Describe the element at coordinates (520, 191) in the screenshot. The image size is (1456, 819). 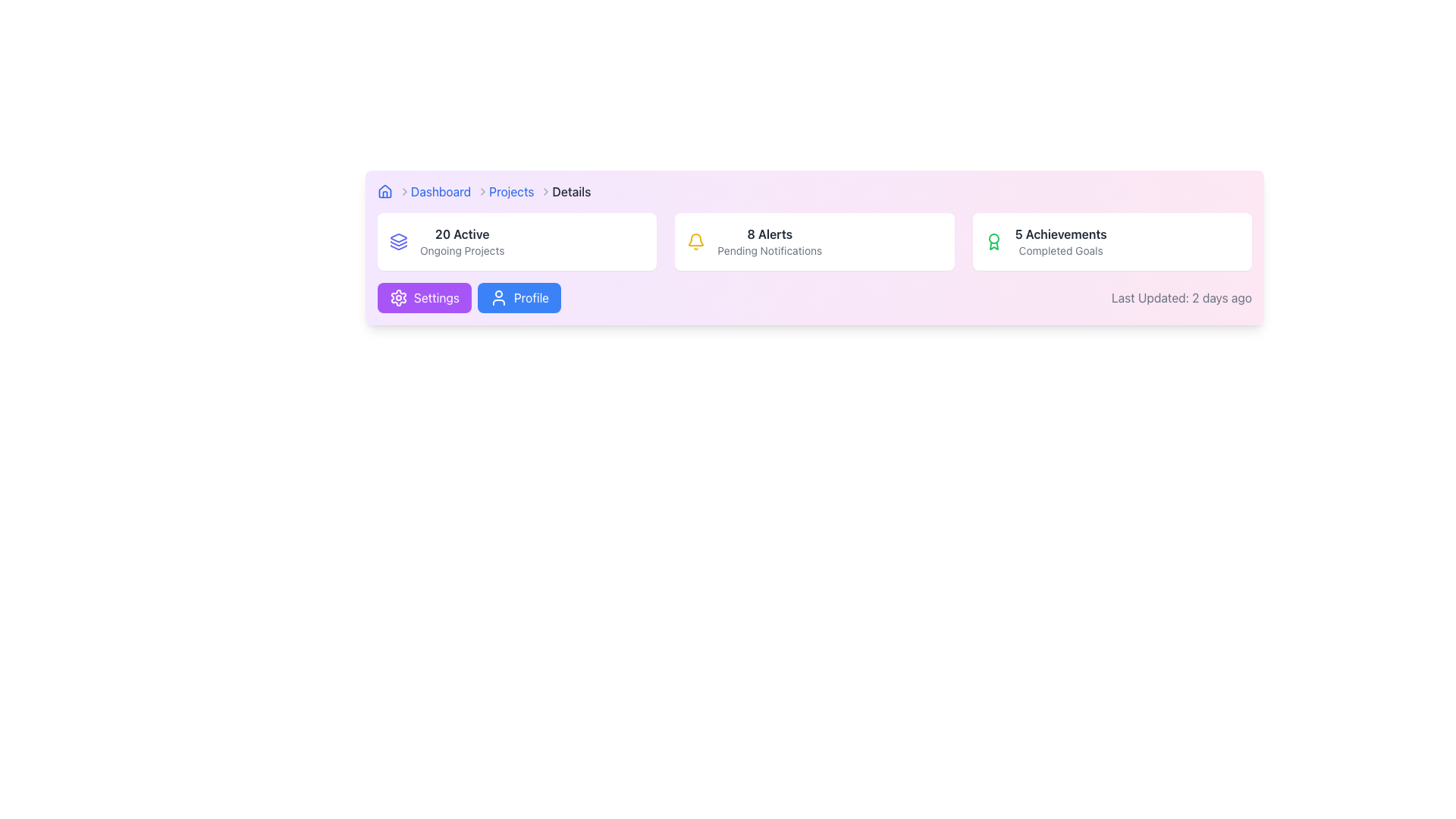
I see `the 'Projects' breadcrumb link, which is styled in blue with an underline on hover and located between 'Dashboard' and 'Details' in the breadcrumb navigation bar` at that location.